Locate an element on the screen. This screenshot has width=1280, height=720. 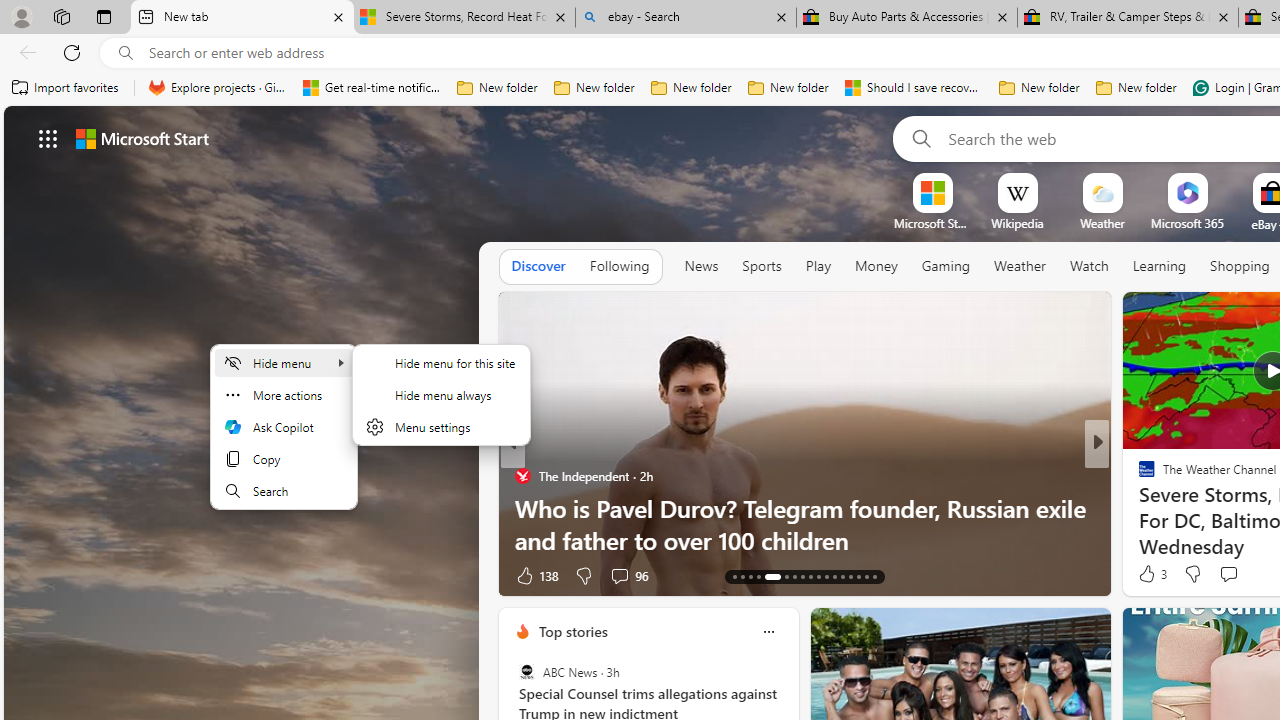
'AutomationID: tab-20' is located at coordinates (801, 577).